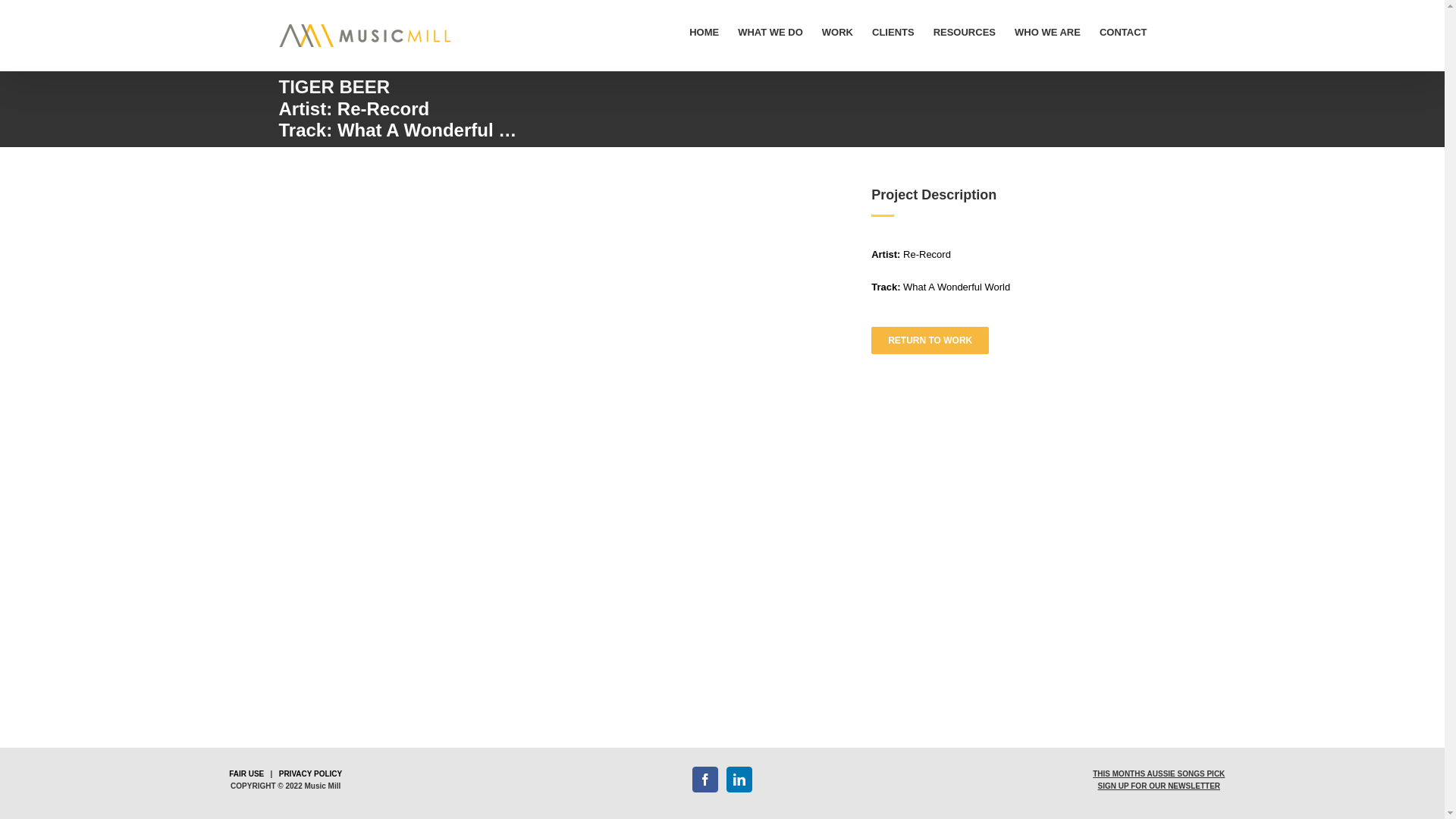  Describe the element at coordinates (558, 345) in the screenshot. I see `'YouTube video player 1'` at that location.